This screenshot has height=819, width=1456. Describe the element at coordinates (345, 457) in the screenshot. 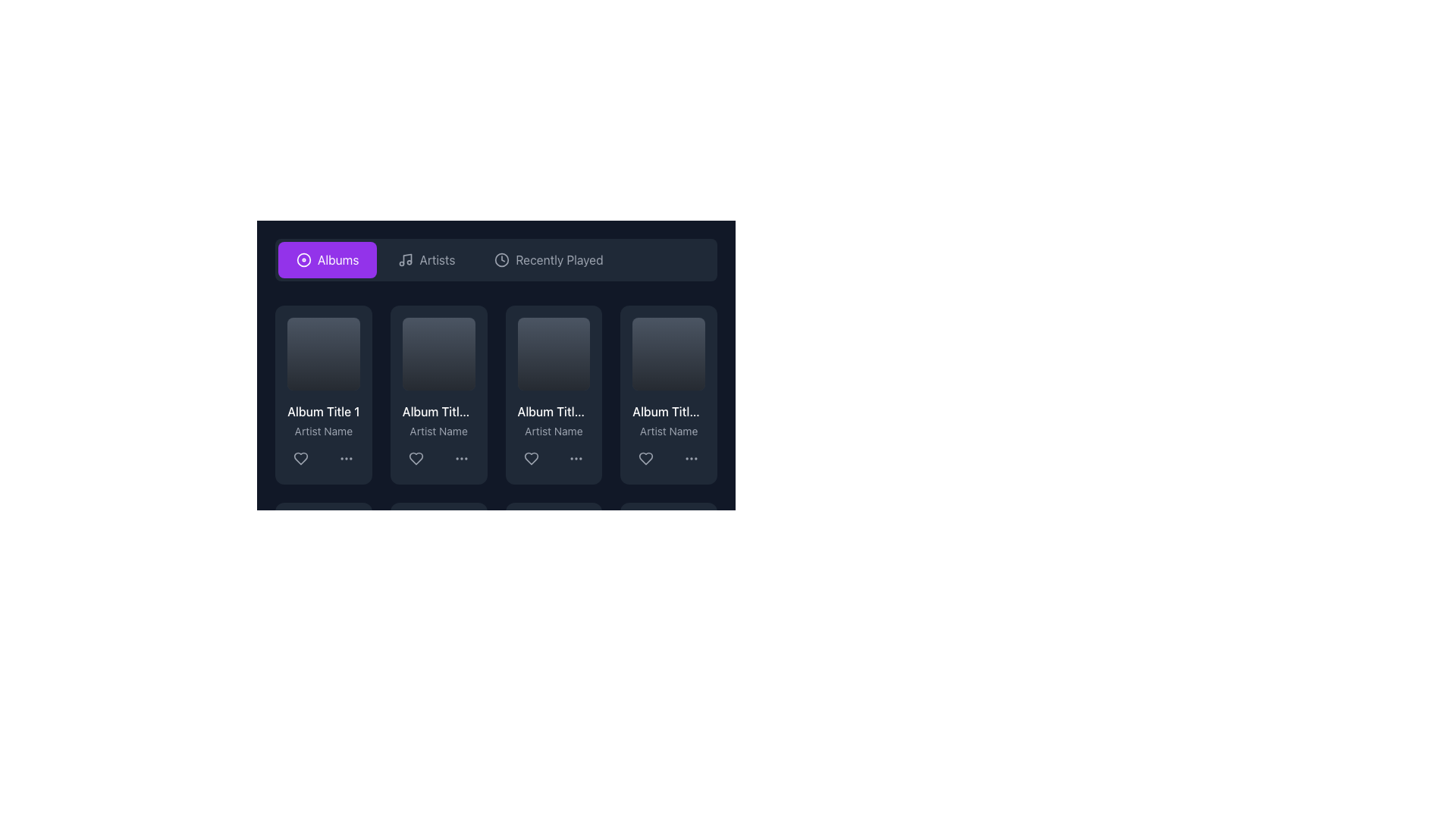

I see `the ellipsis icon within the interactive button below 'Album Title 1'` at that location.